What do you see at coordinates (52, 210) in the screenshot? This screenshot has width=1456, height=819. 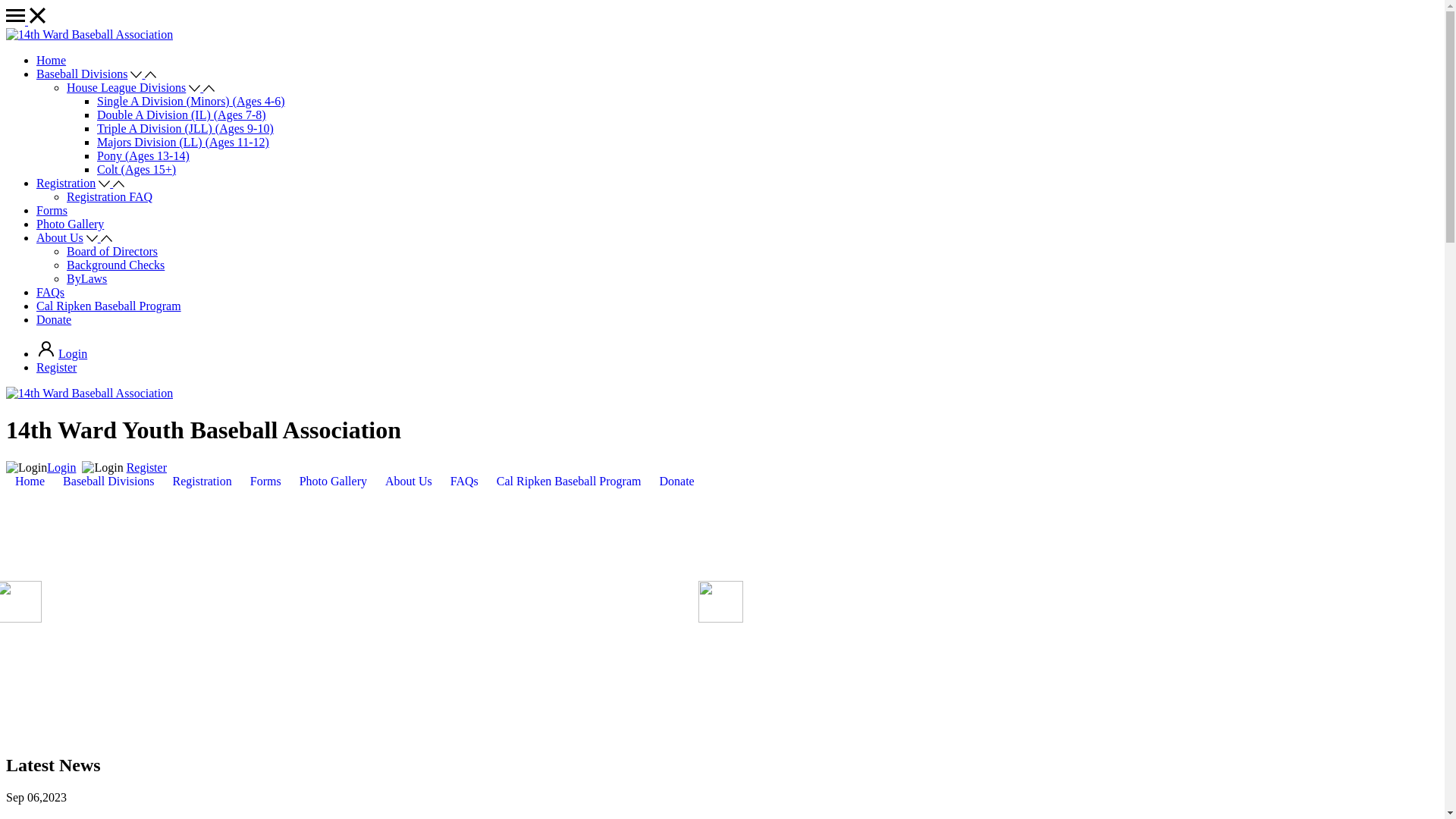 I see `'Forms'` at bounding box center [52, 210].